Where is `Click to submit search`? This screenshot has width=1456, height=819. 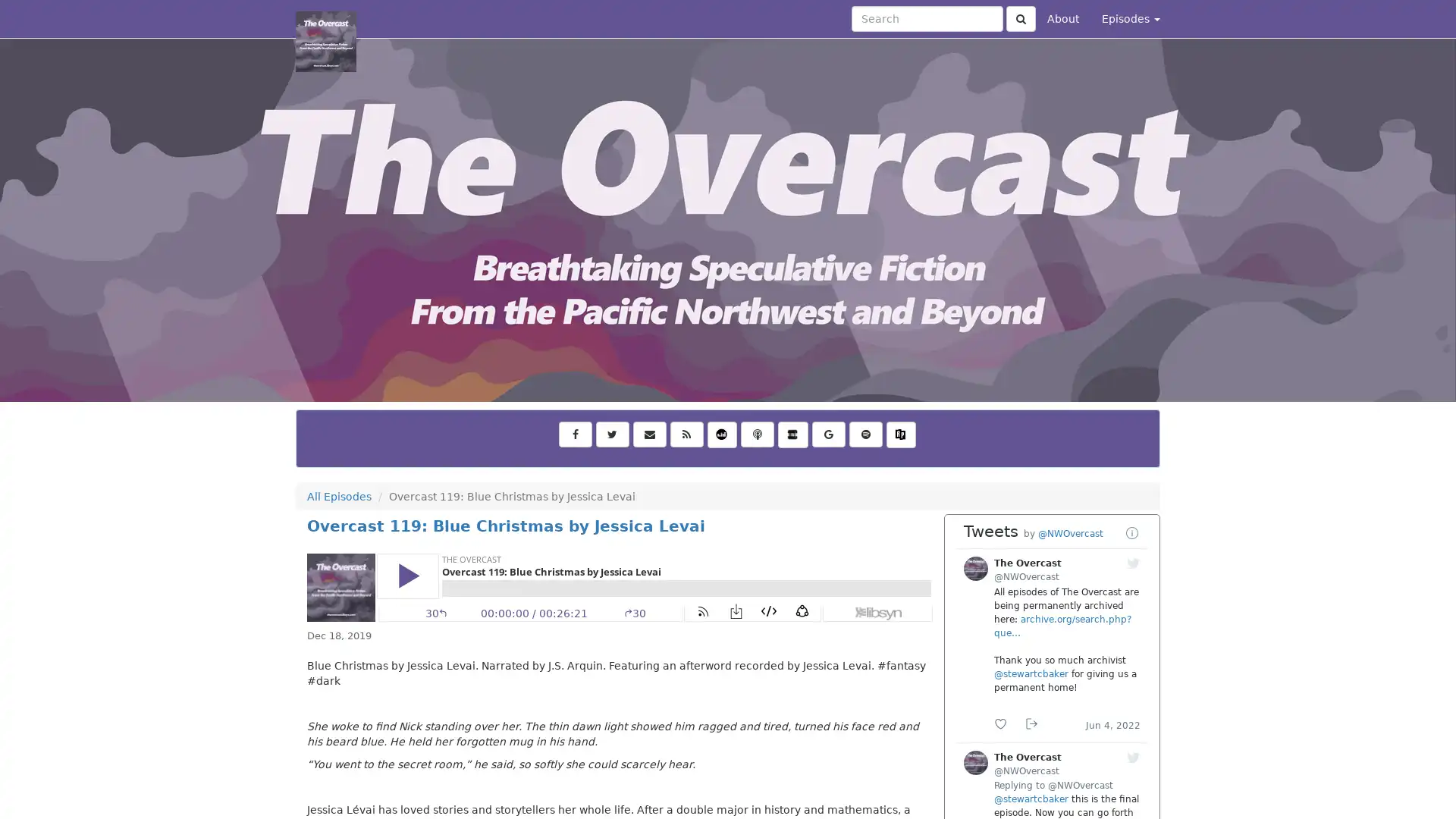 Click to submit search is located at coordinates (1021, 18).